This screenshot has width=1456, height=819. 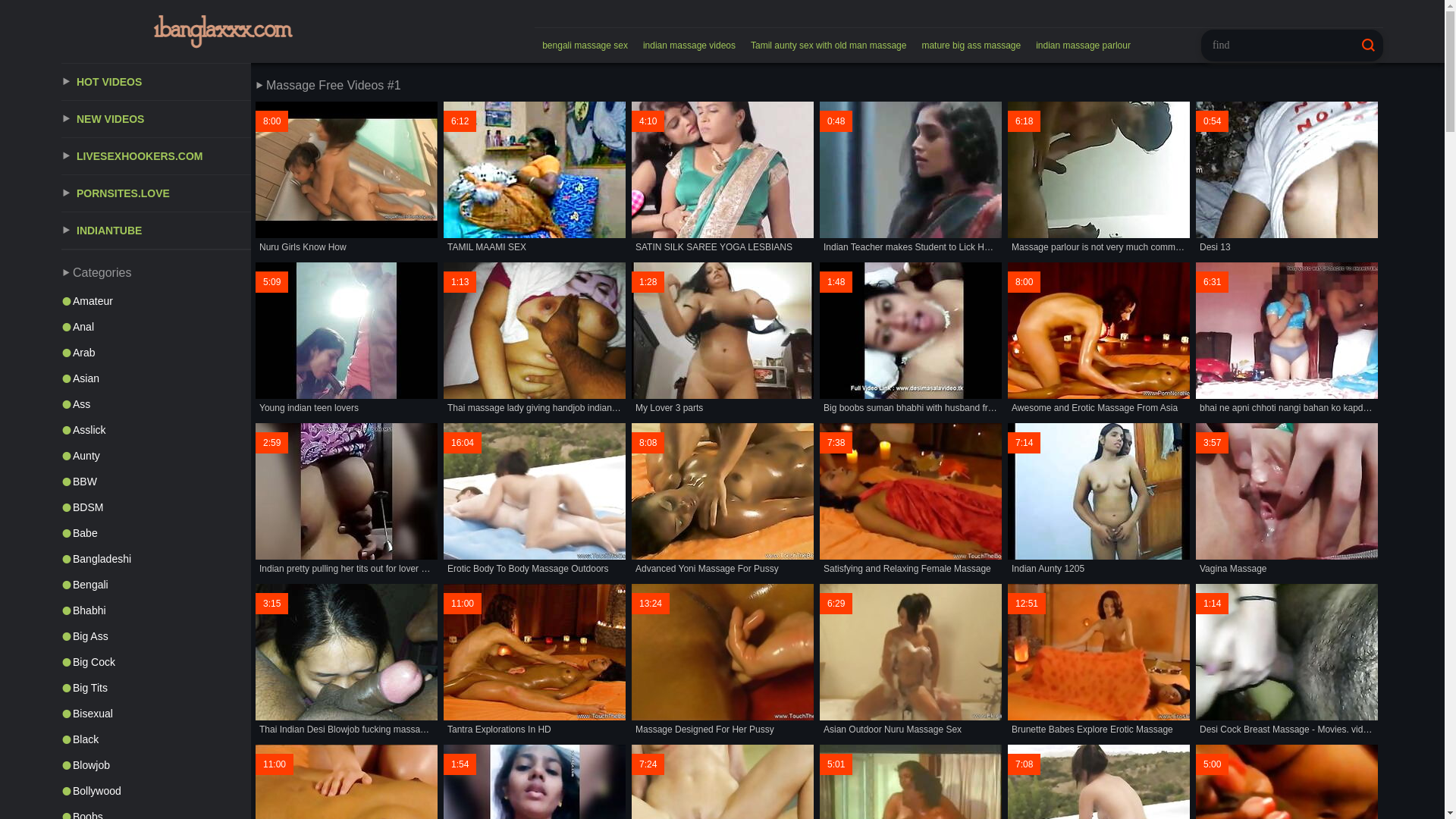 I want to click on 'Amateur', so click(x=61, y=301).